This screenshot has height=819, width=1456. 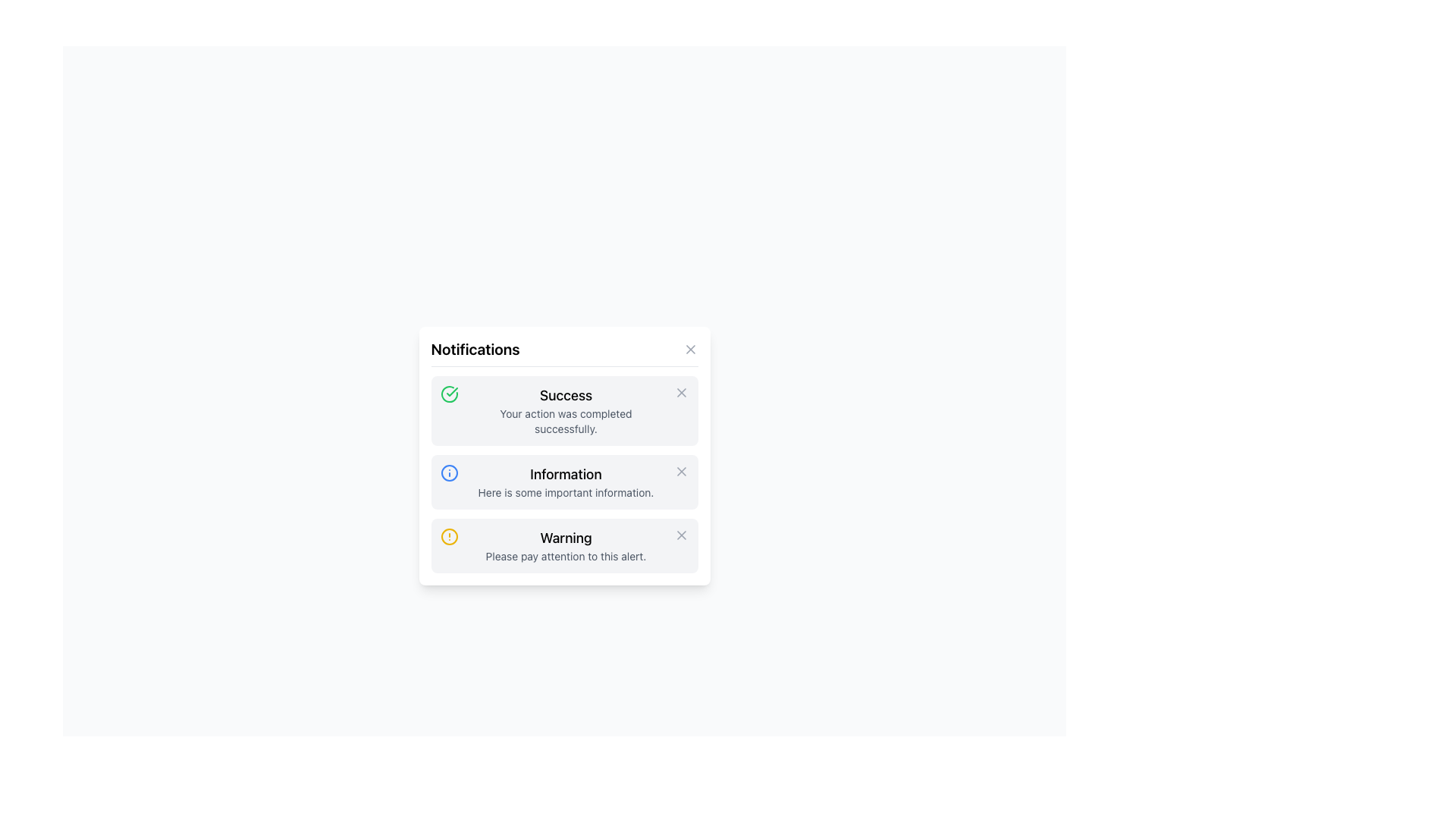 I want to click on the circular icon with a blue outline located before the text 'Information' in the notification card within the Notifications panel, so click(x=448, y=472).